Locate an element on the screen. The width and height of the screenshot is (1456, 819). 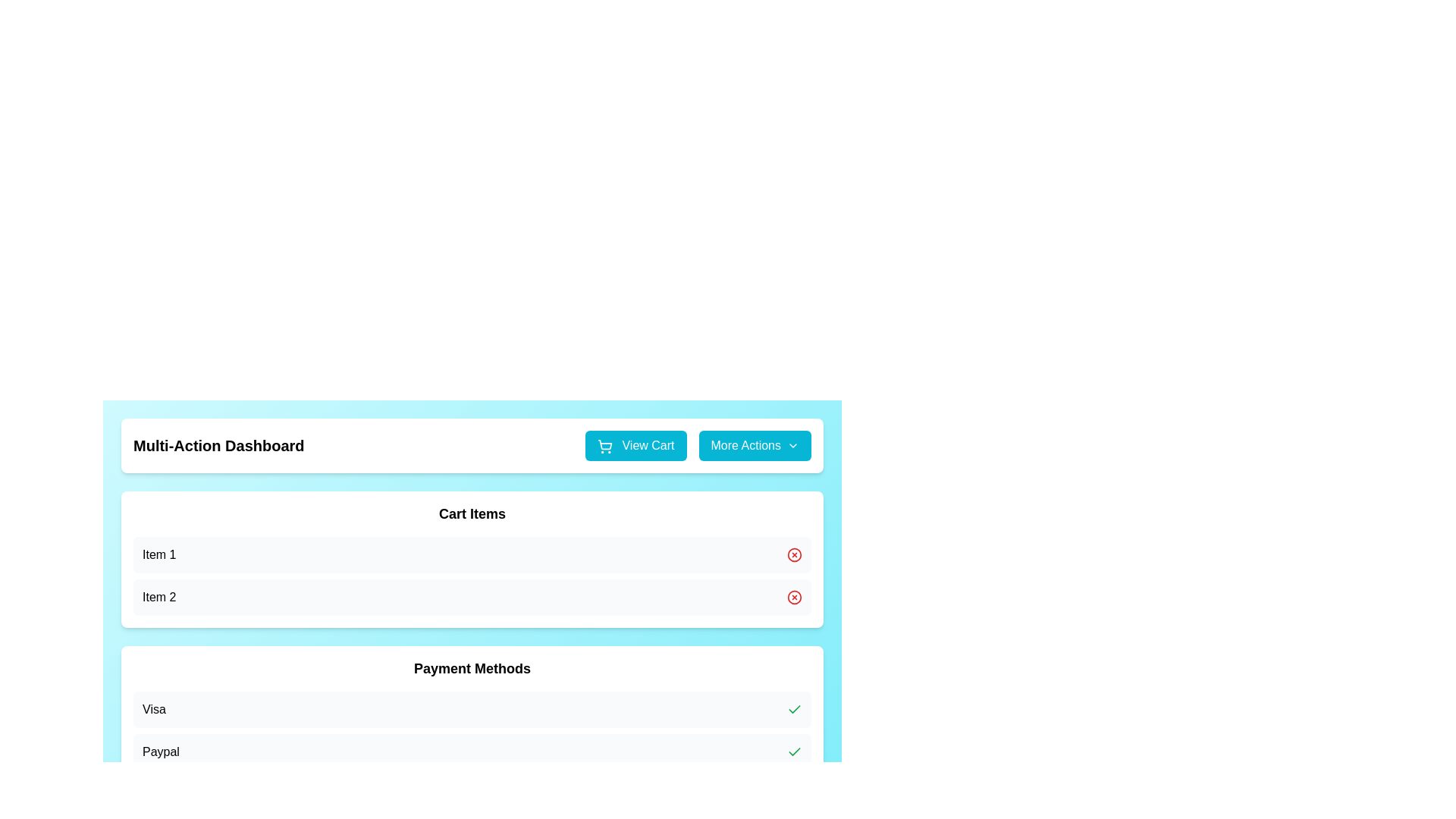
on the shopping cart icon located is located at coordinates (604, 444).